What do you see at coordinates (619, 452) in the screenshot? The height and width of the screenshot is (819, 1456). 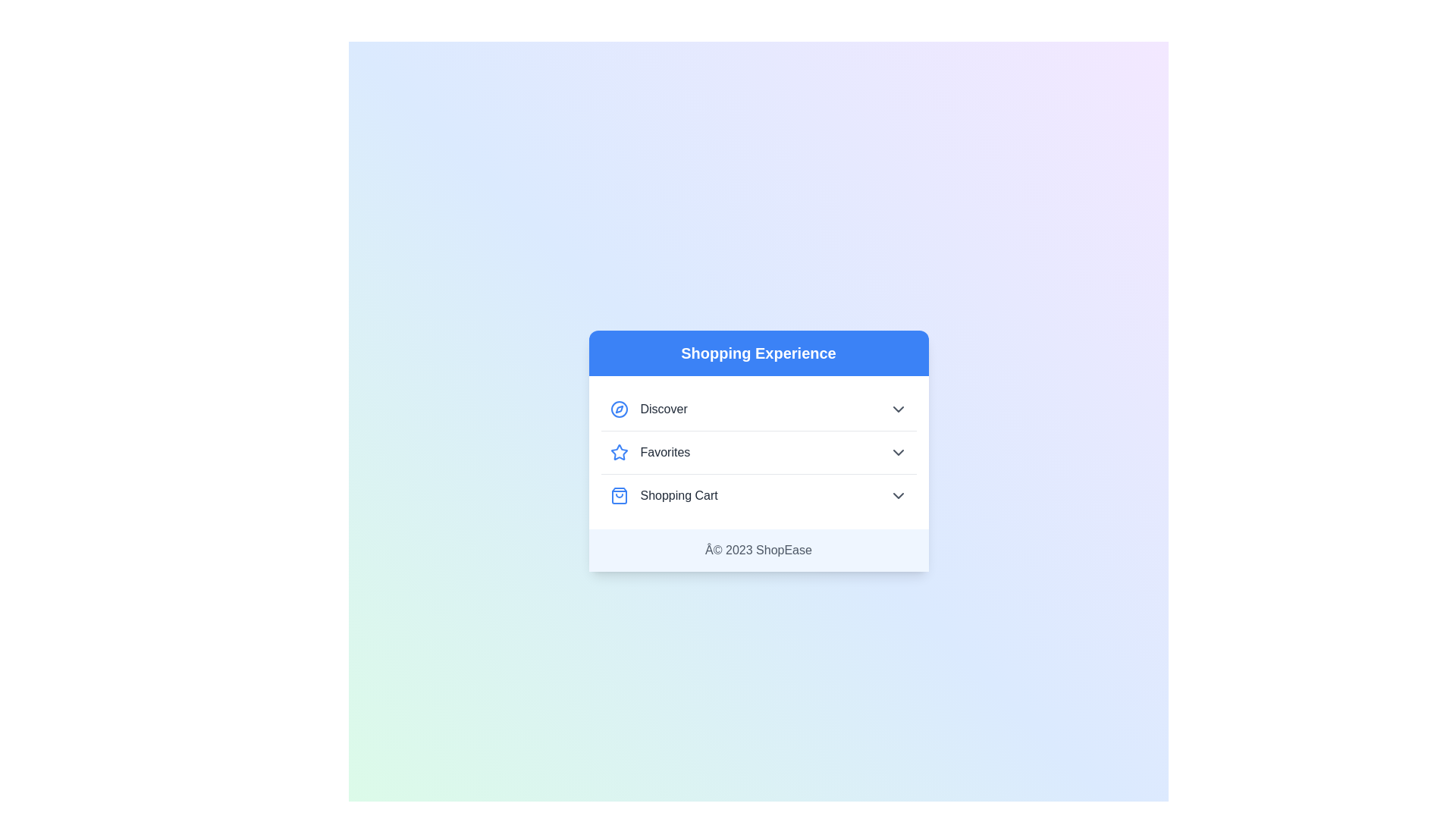 I see `the icon next to the category Favorites` at bounding box center [619, 452].